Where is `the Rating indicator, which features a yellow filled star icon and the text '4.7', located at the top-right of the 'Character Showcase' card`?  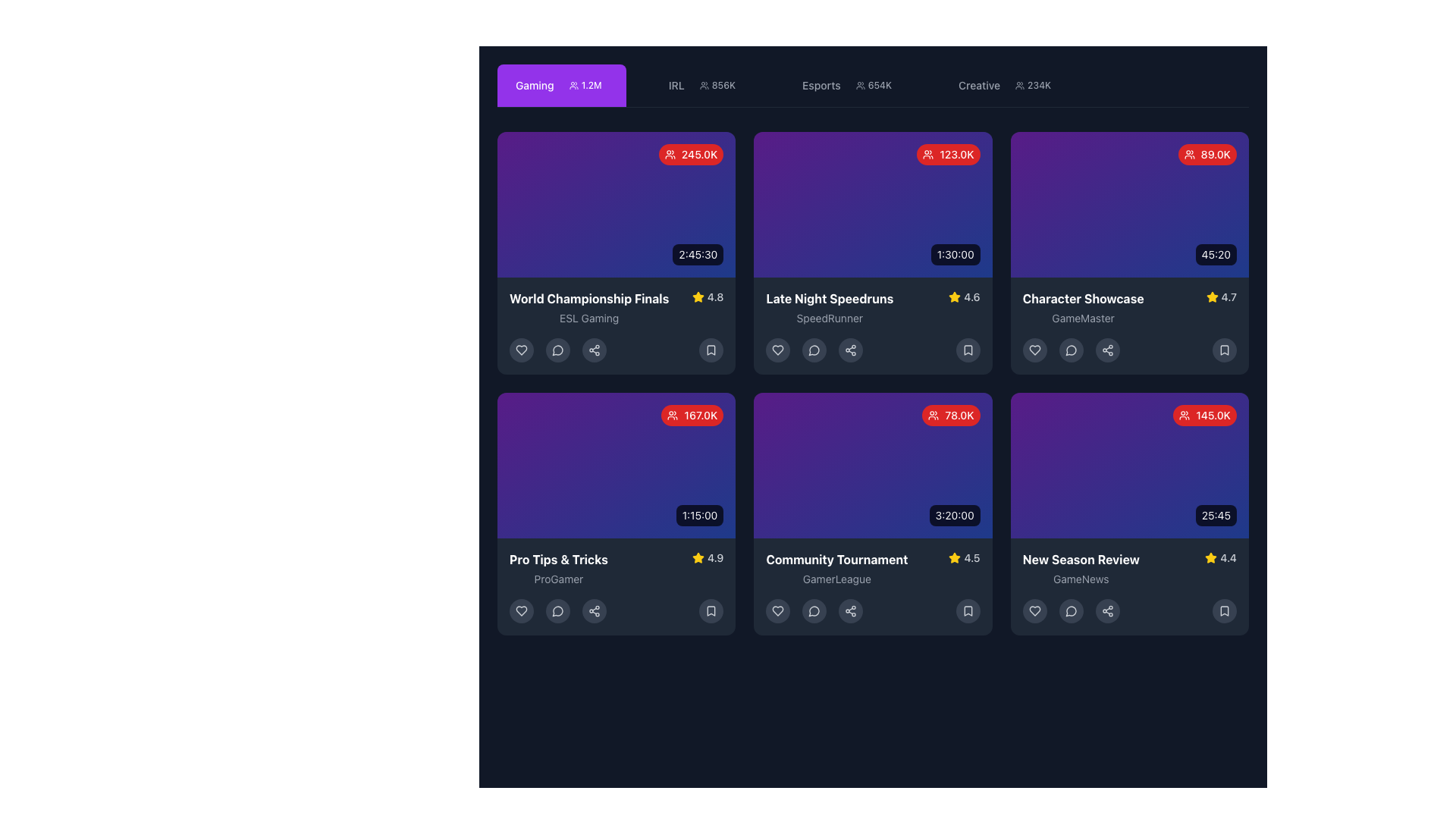
the Rating indicator, which features a yellow filled star icon and the text '4.7', located at the top-right of the 'Character Showcase' card is located at coordinates (1221, 297).